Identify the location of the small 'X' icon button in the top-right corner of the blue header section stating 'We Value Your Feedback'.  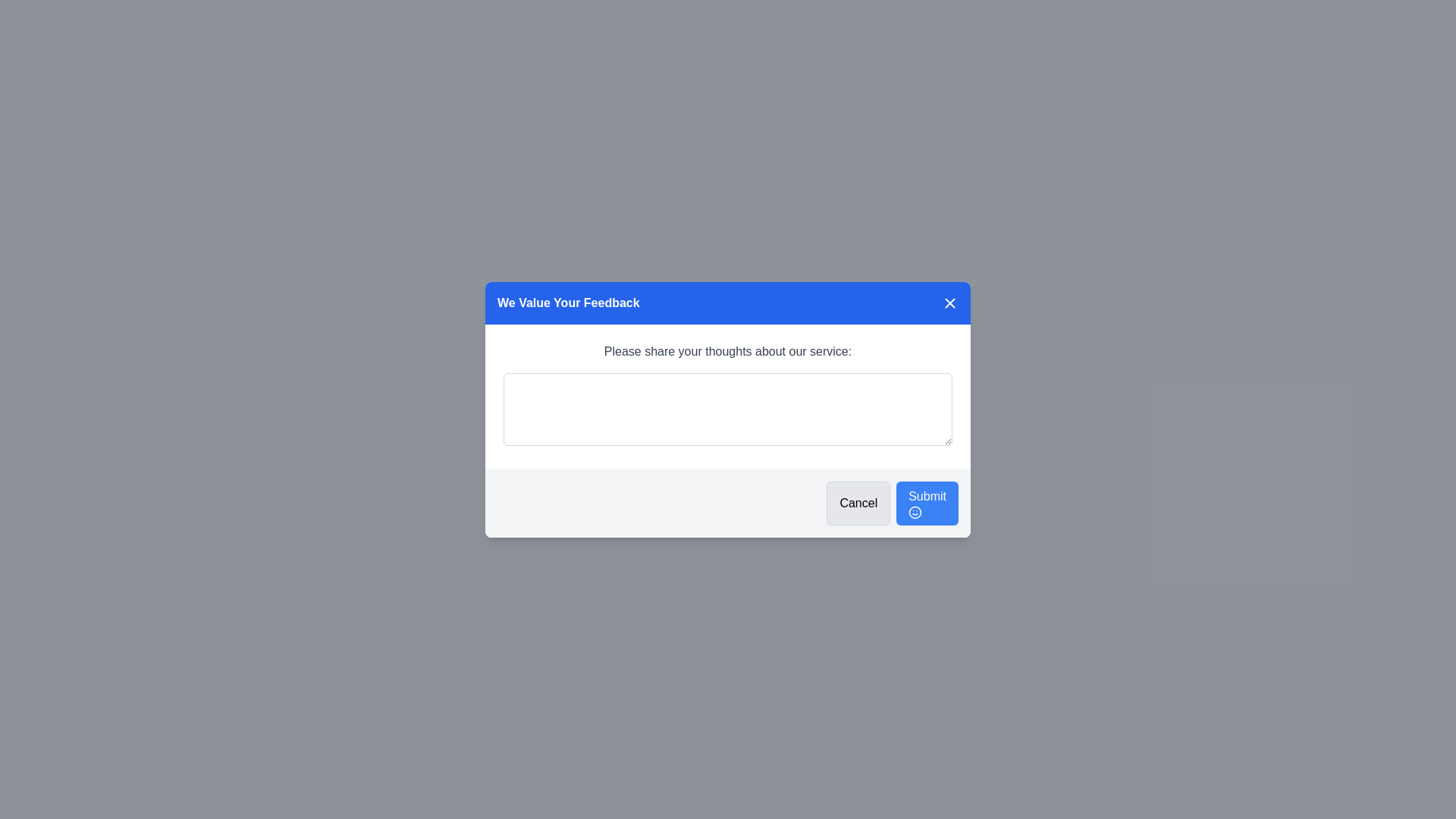
(949, 303).